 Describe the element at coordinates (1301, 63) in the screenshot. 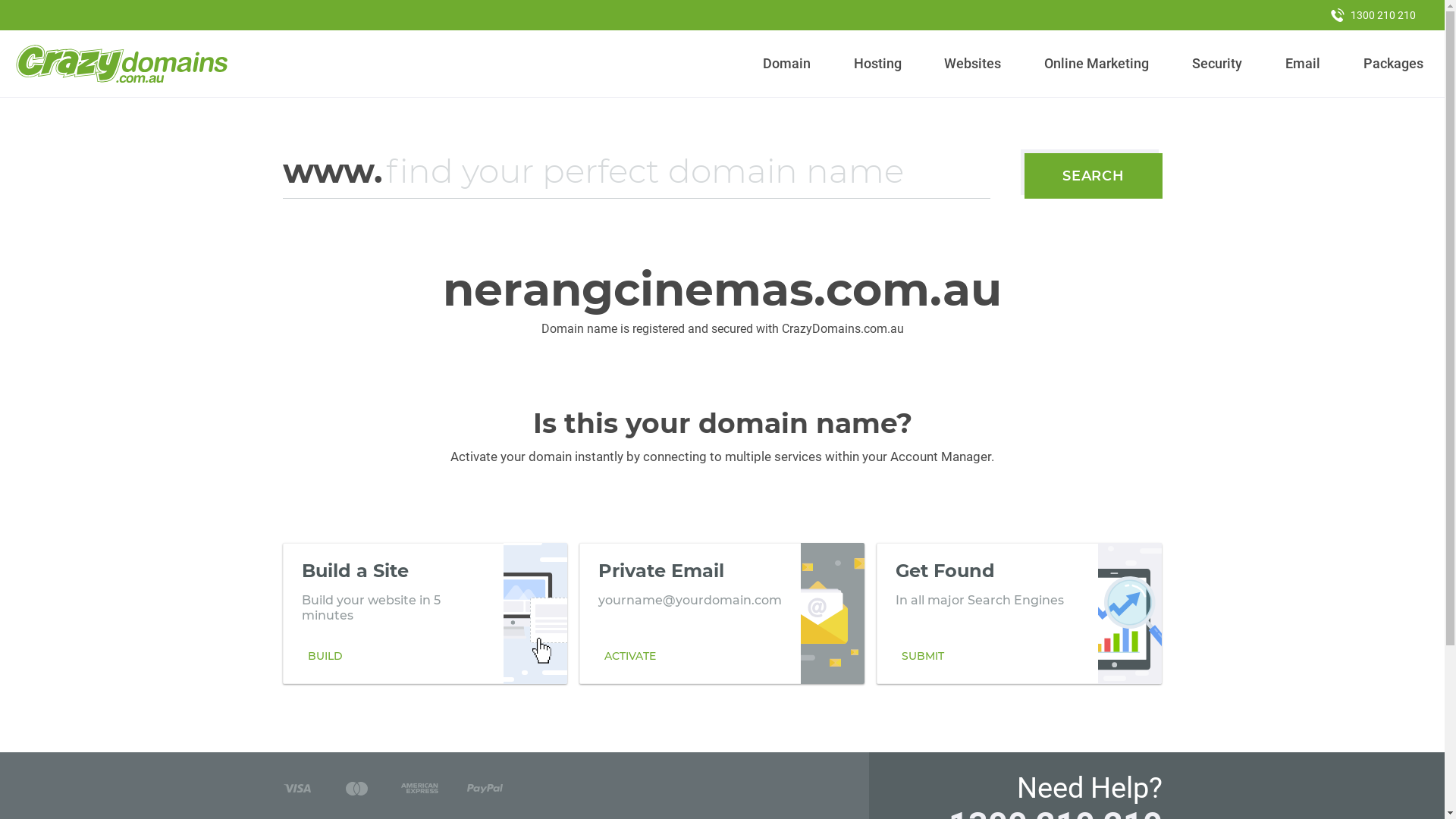

I see `'Email'` at that location.